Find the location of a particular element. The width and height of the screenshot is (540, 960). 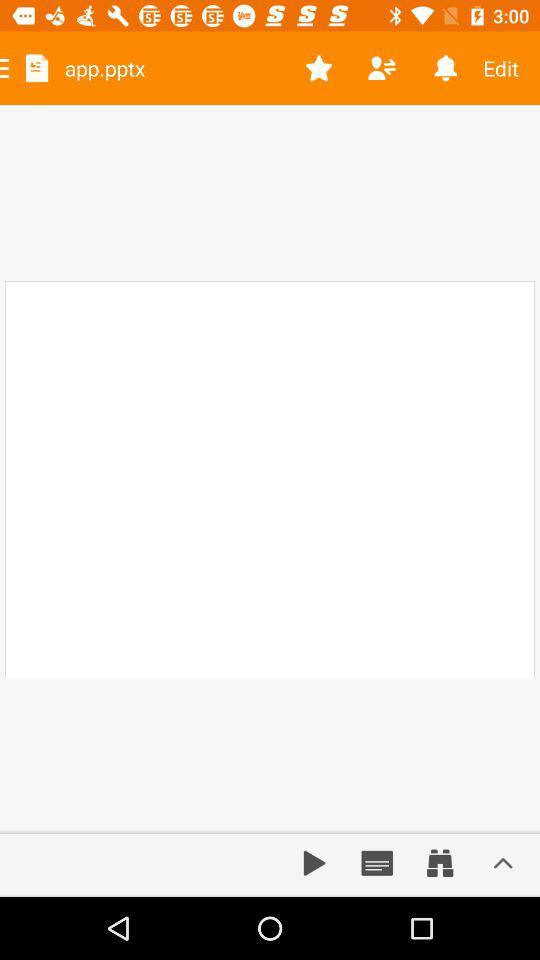

item next to app.pptx icon is located at coordinates (319, 68).